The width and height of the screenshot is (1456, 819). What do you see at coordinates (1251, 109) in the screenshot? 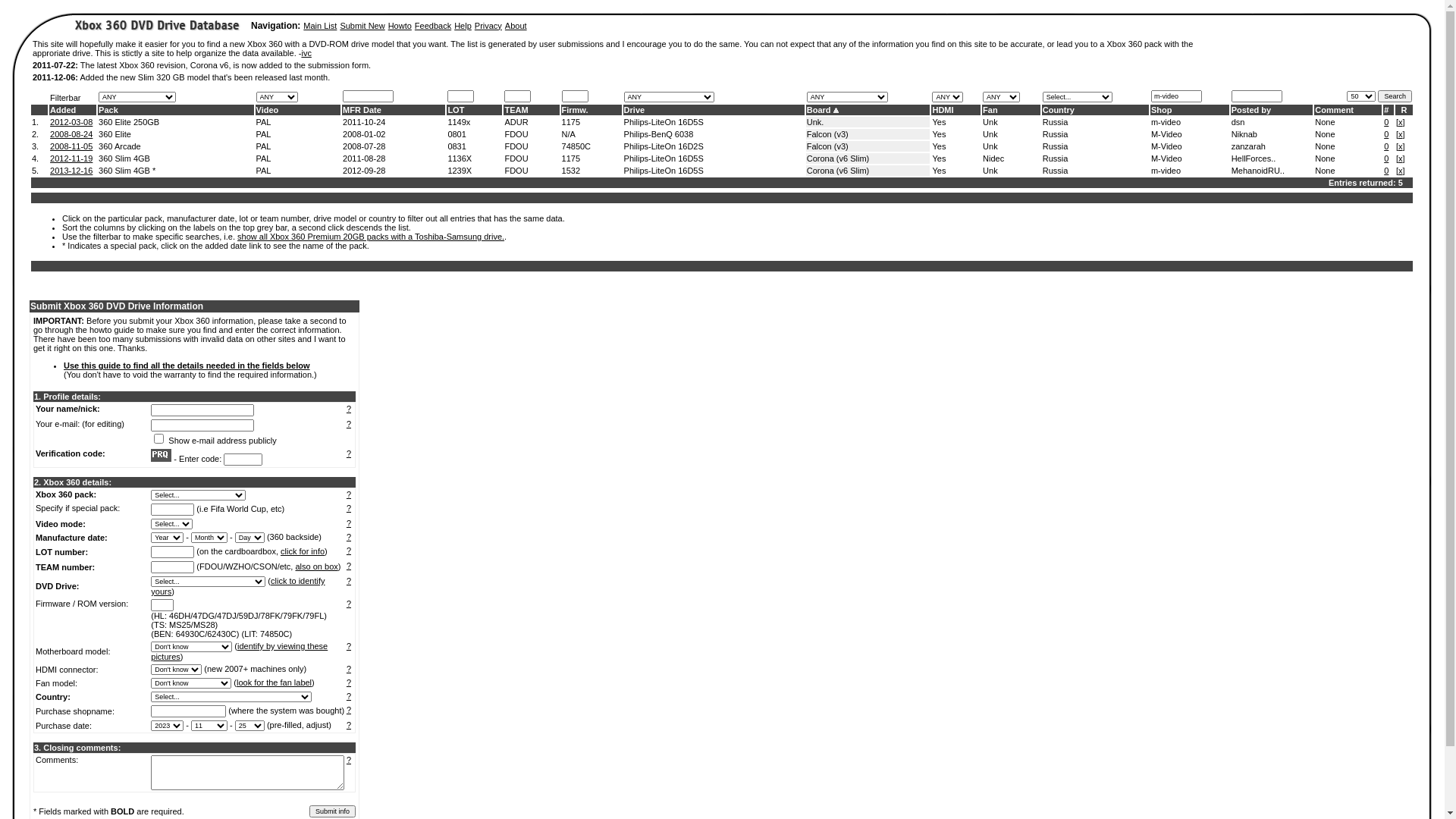
I see `'Posted by'` at bounding box center [1251, 109].